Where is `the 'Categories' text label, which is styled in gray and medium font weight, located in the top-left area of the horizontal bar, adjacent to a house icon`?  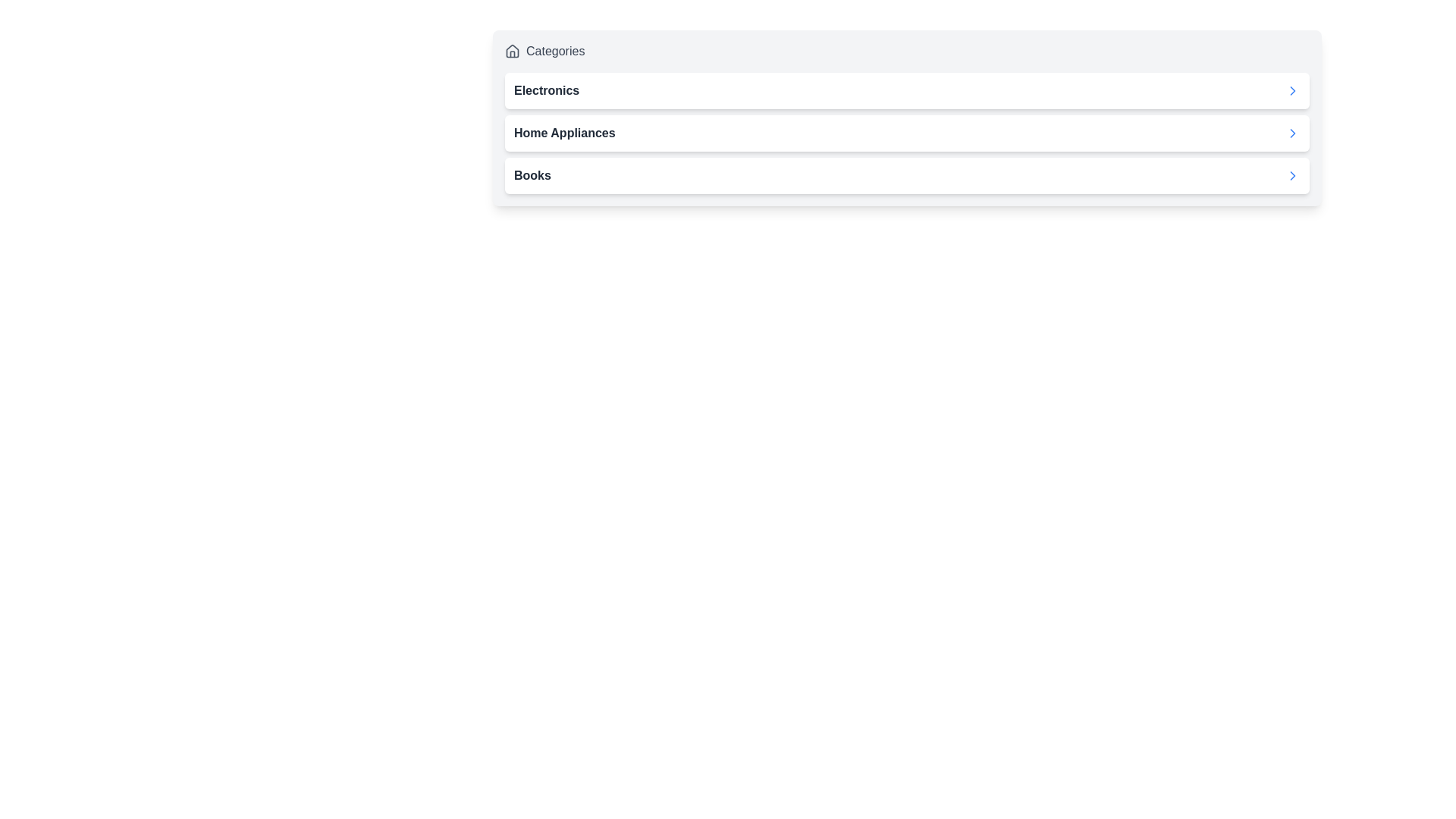 the 'Categories' text label, which is styled in gray and medium font weight, located in the top-left area of the horizontal bar, adjacent to a house icon is located at coordinates (554, 51).